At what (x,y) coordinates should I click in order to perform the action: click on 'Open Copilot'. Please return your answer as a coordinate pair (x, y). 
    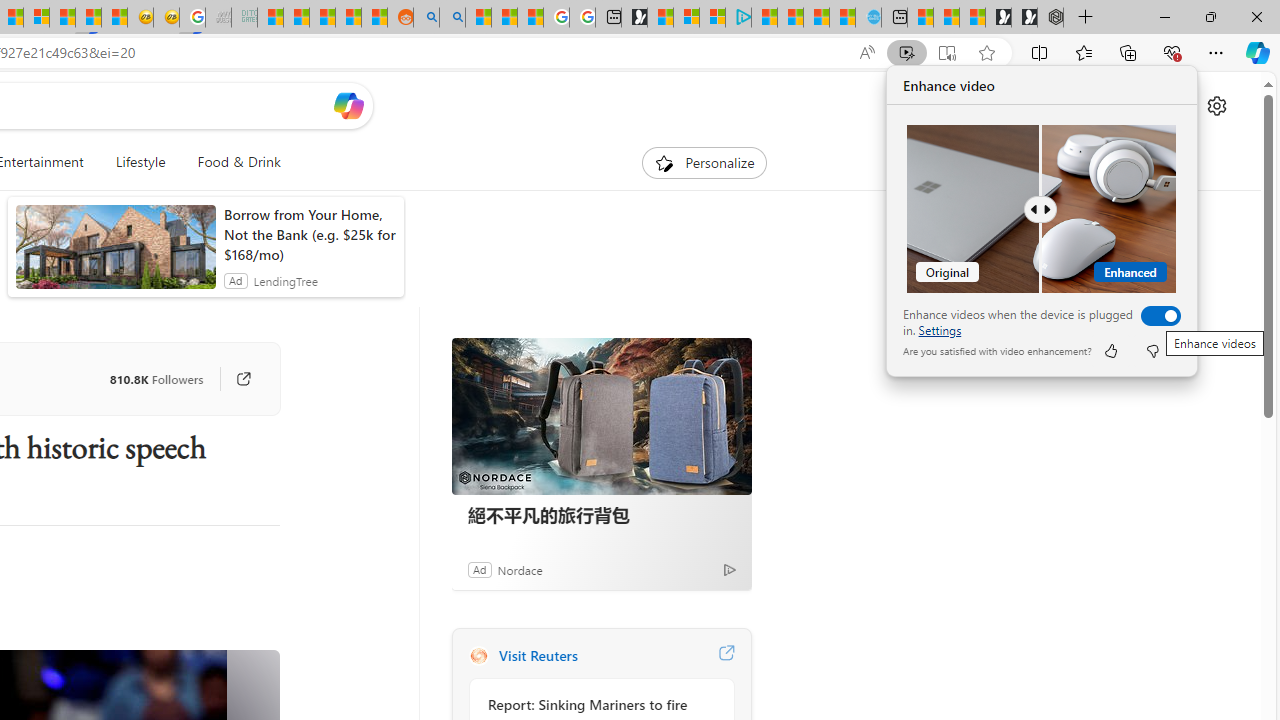
    Looking at the image, I should click on (348, 105).